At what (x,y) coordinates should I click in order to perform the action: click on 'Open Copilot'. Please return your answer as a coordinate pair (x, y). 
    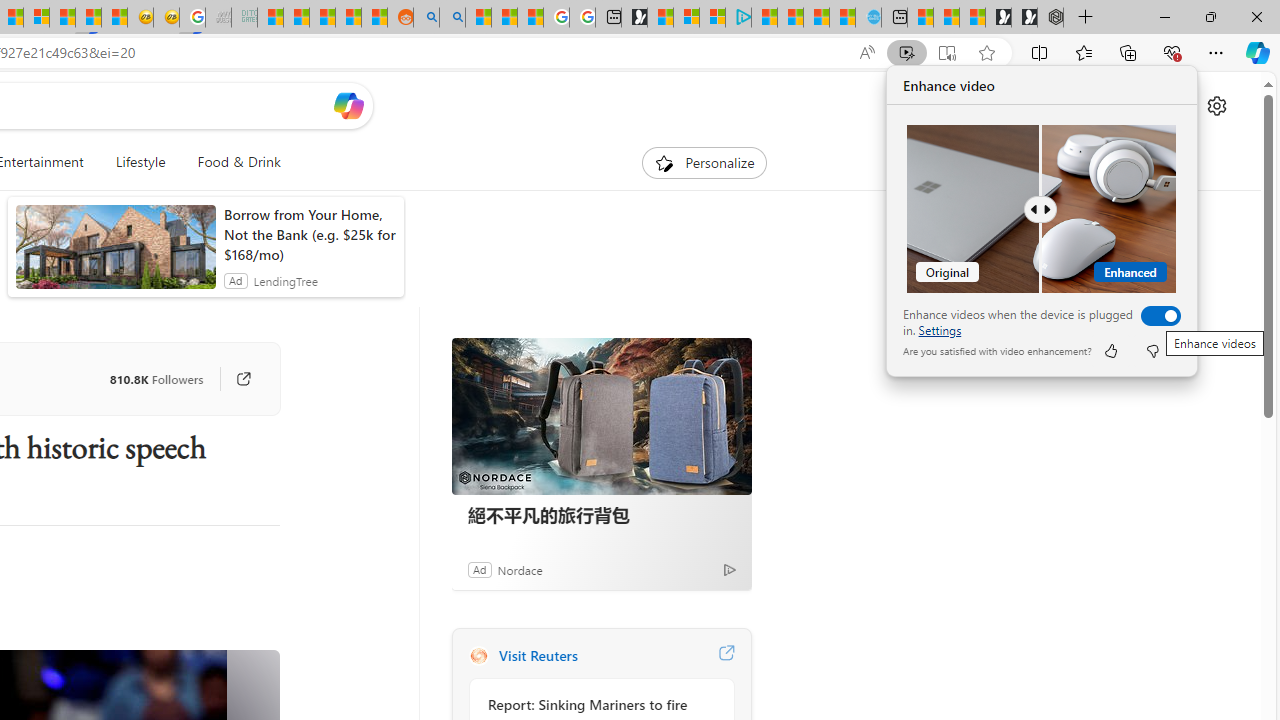
    Looking at the image, I should click on (348, 105).